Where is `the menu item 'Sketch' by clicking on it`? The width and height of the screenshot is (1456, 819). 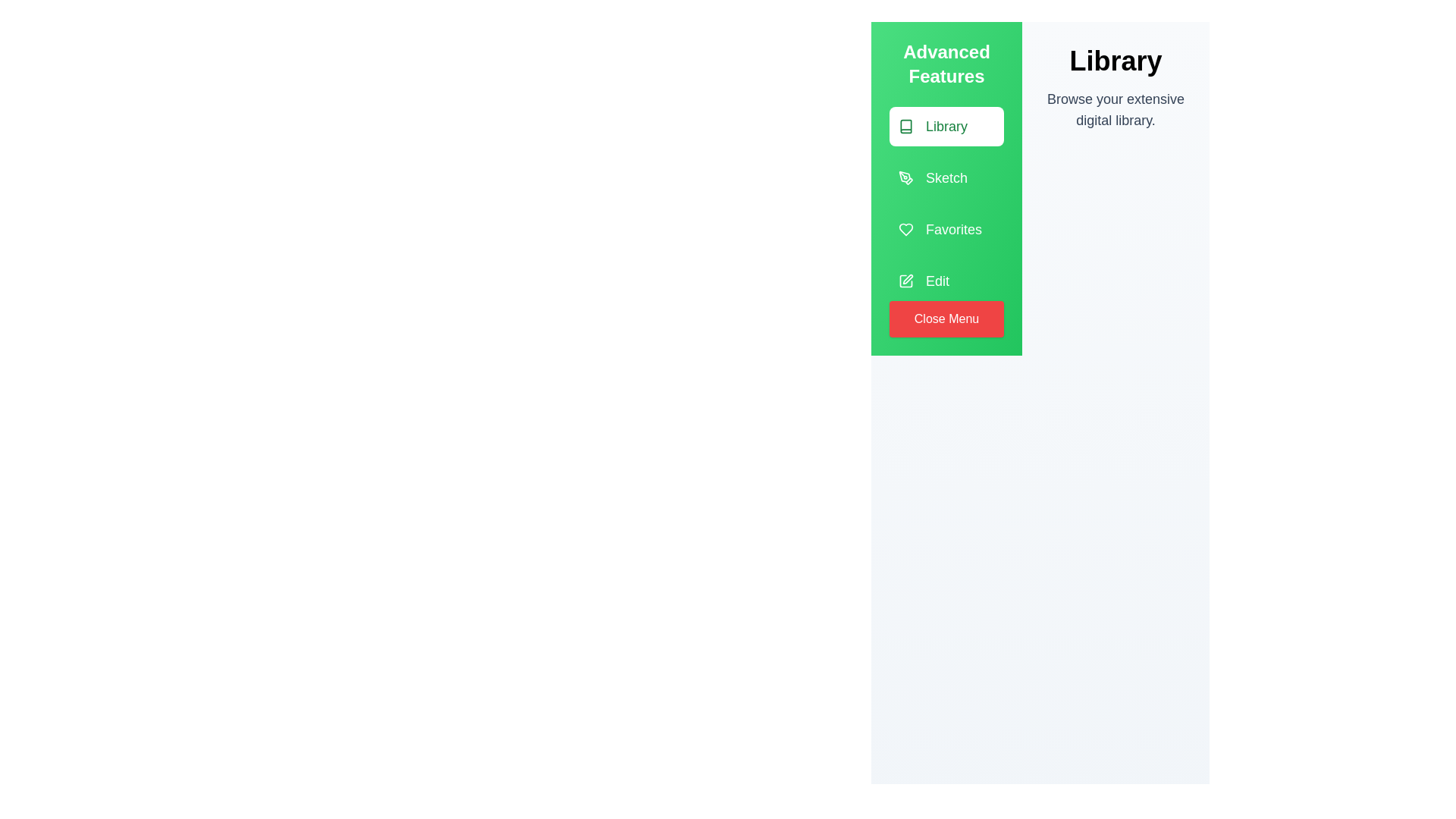
the menu item 'Sketch' by clicking on it is located at coordinates (946, 177).